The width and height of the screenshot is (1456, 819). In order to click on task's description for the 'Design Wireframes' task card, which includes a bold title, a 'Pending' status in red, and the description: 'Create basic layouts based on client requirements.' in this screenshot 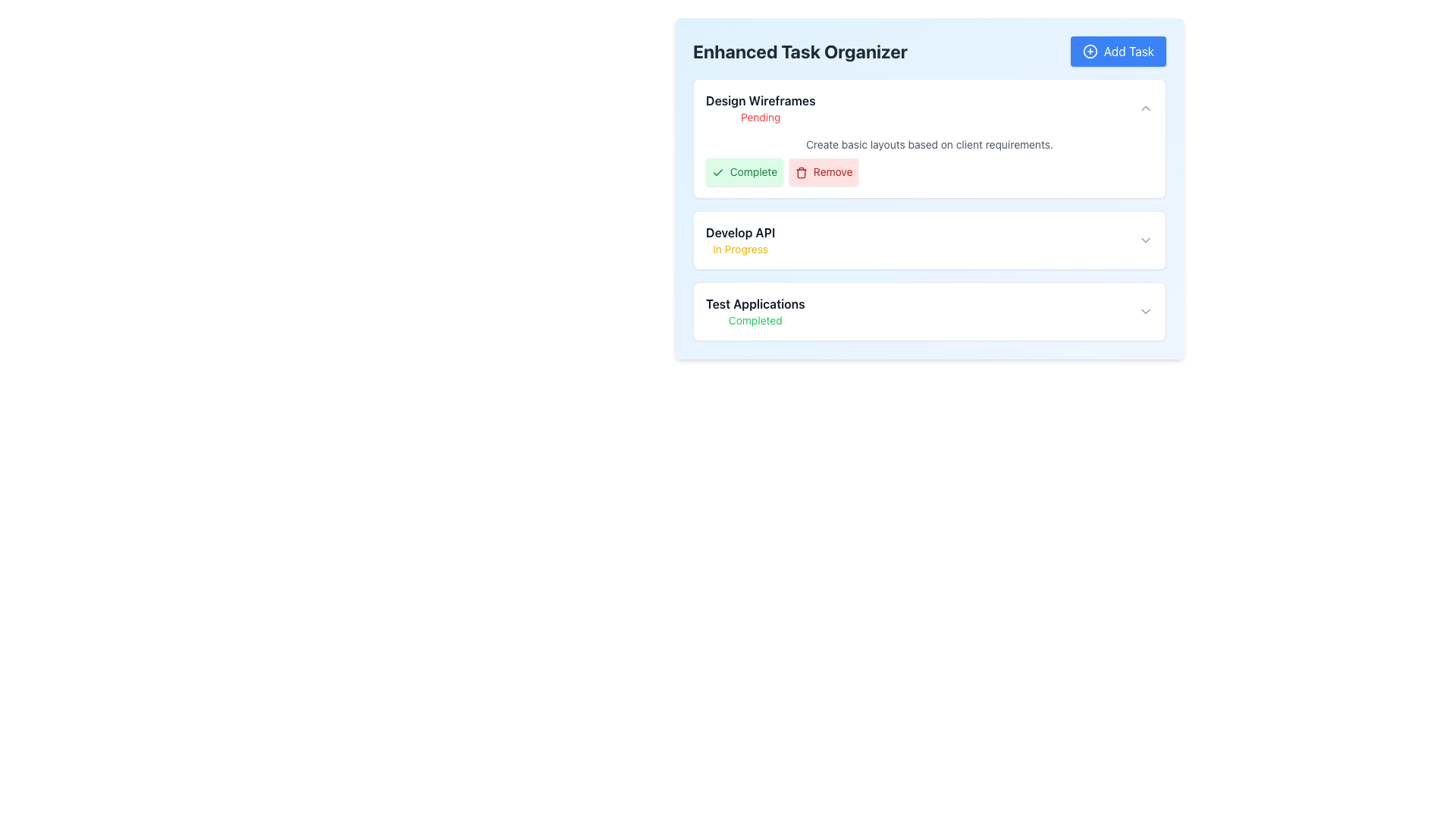, I will do `click(928, 138)`.